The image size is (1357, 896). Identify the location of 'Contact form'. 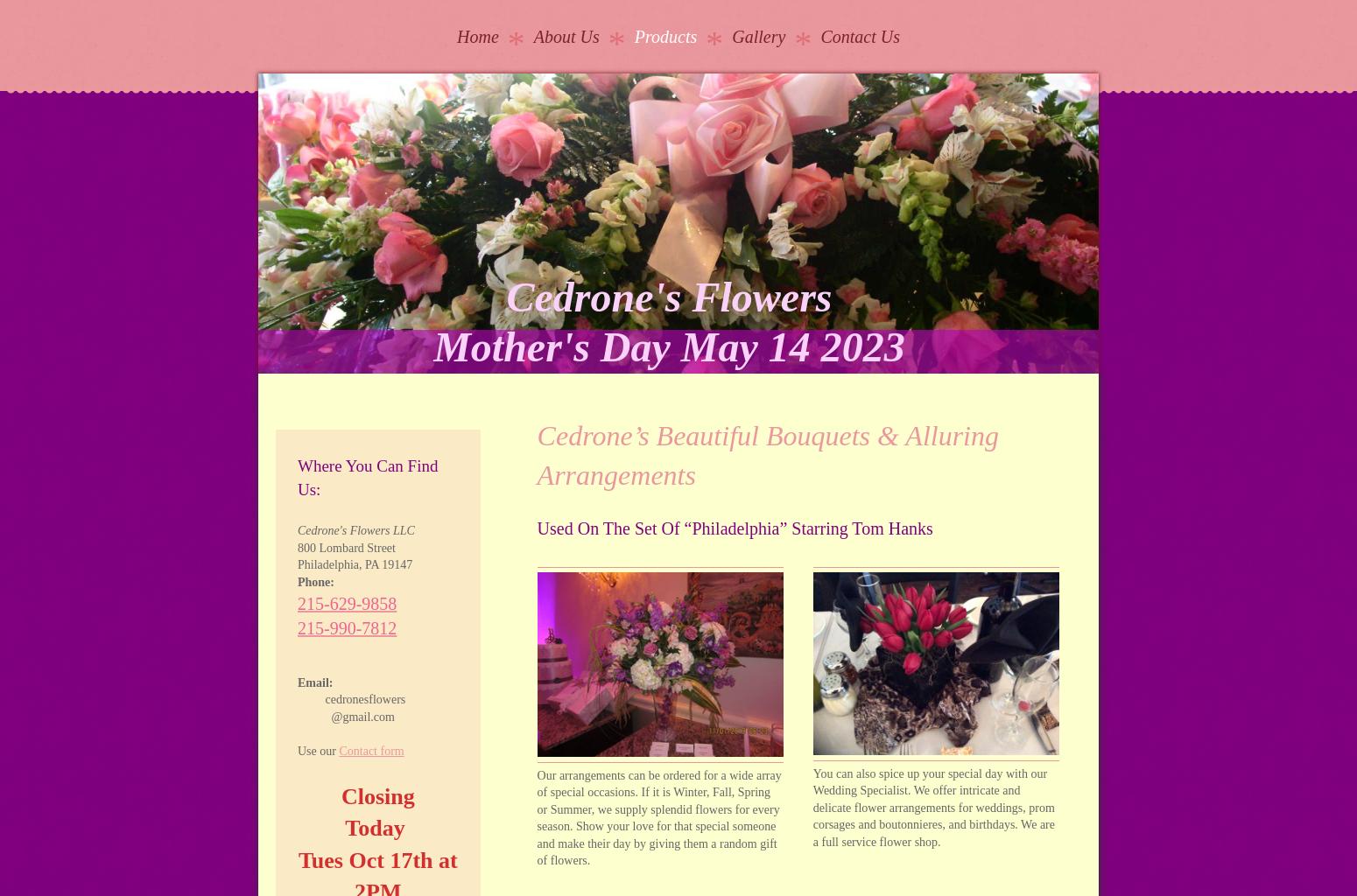
(370, 751).